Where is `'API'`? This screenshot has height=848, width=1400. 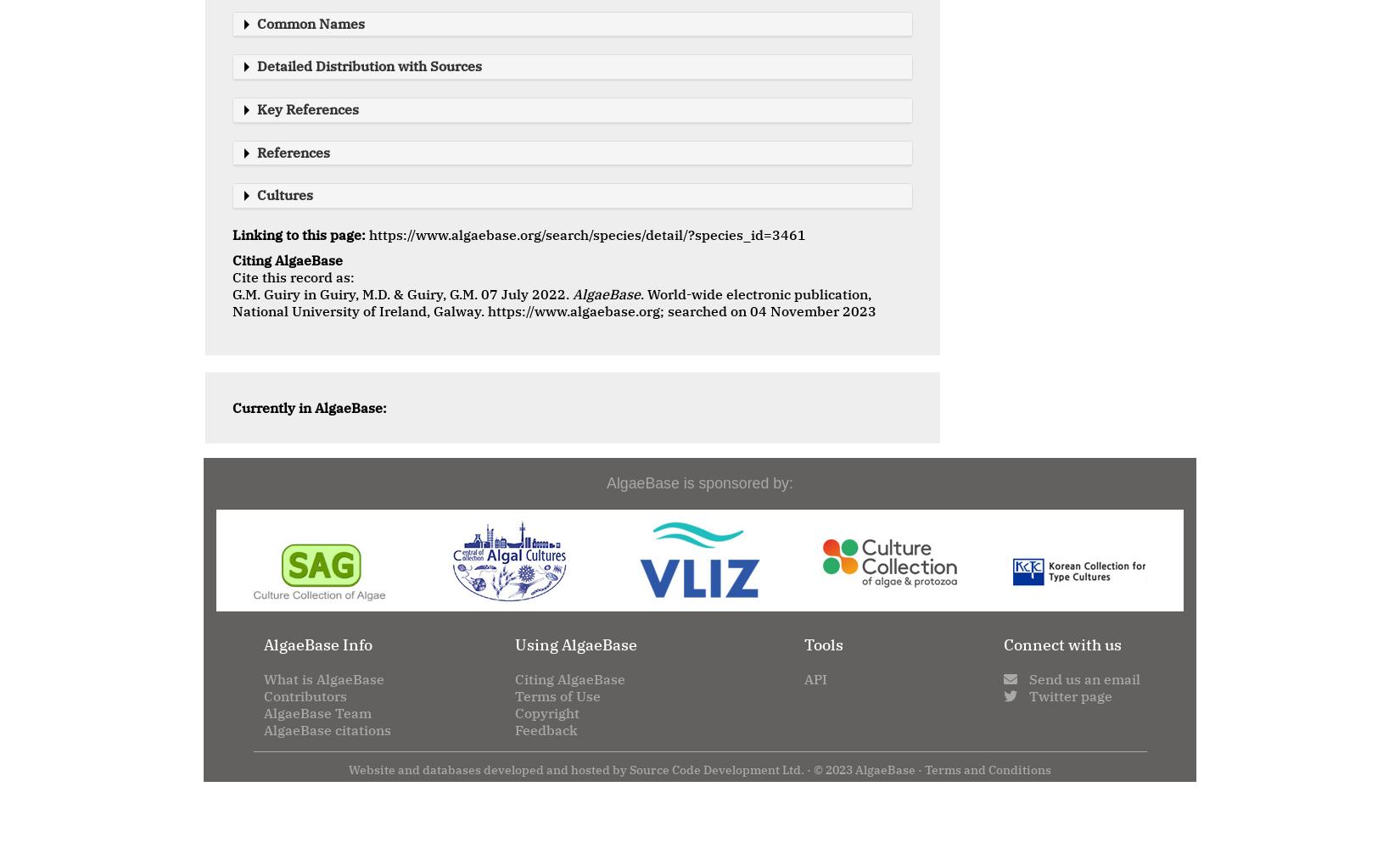 'API' is located at coordinates (804, 678).